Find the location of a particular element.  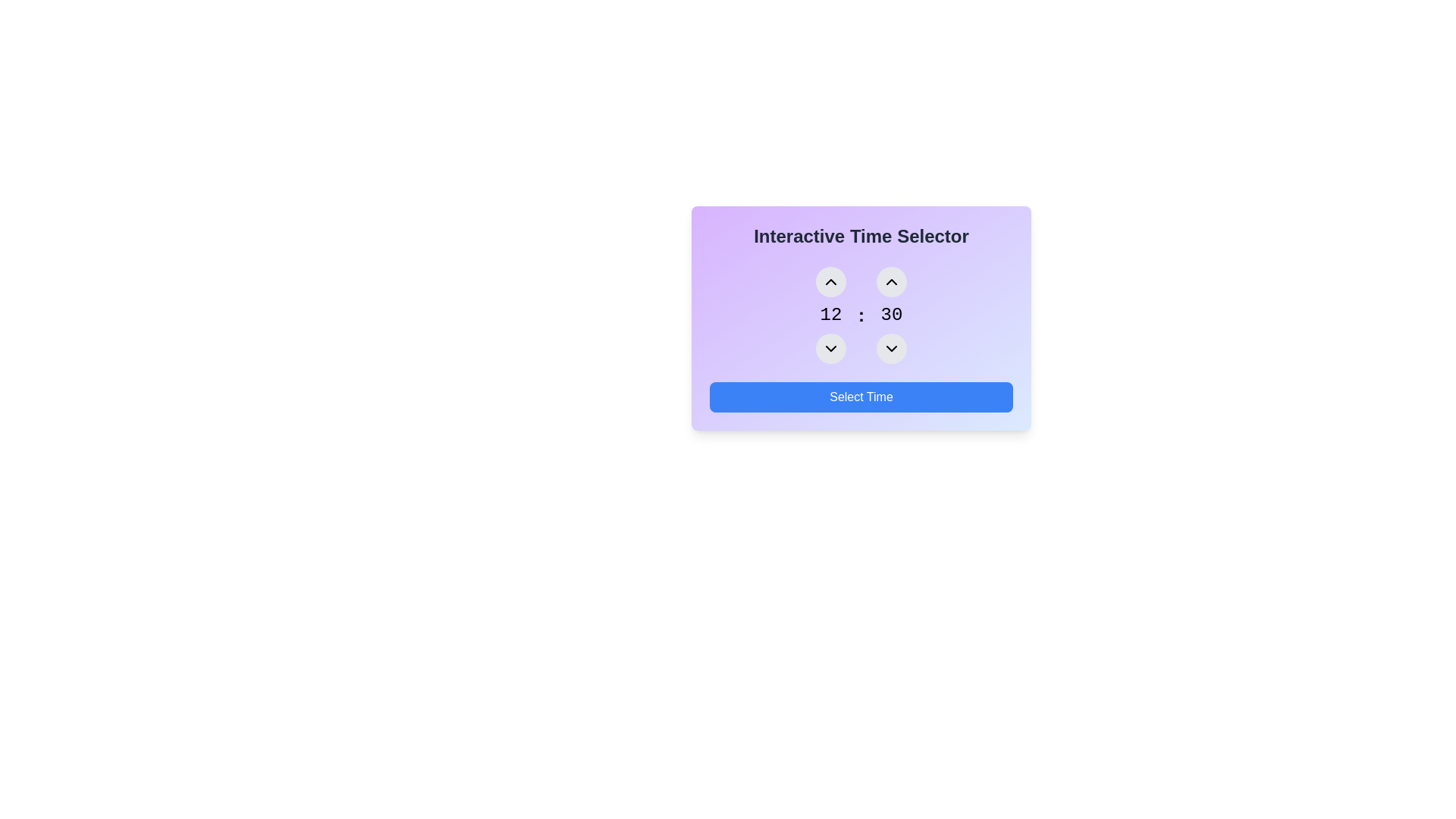

the downward-pointing chevron icon, which is styled with a thin, rounded border and located at the center bottom area of the time selector interface, to trigger possible visual feedback is located at coordinates (830, 348).